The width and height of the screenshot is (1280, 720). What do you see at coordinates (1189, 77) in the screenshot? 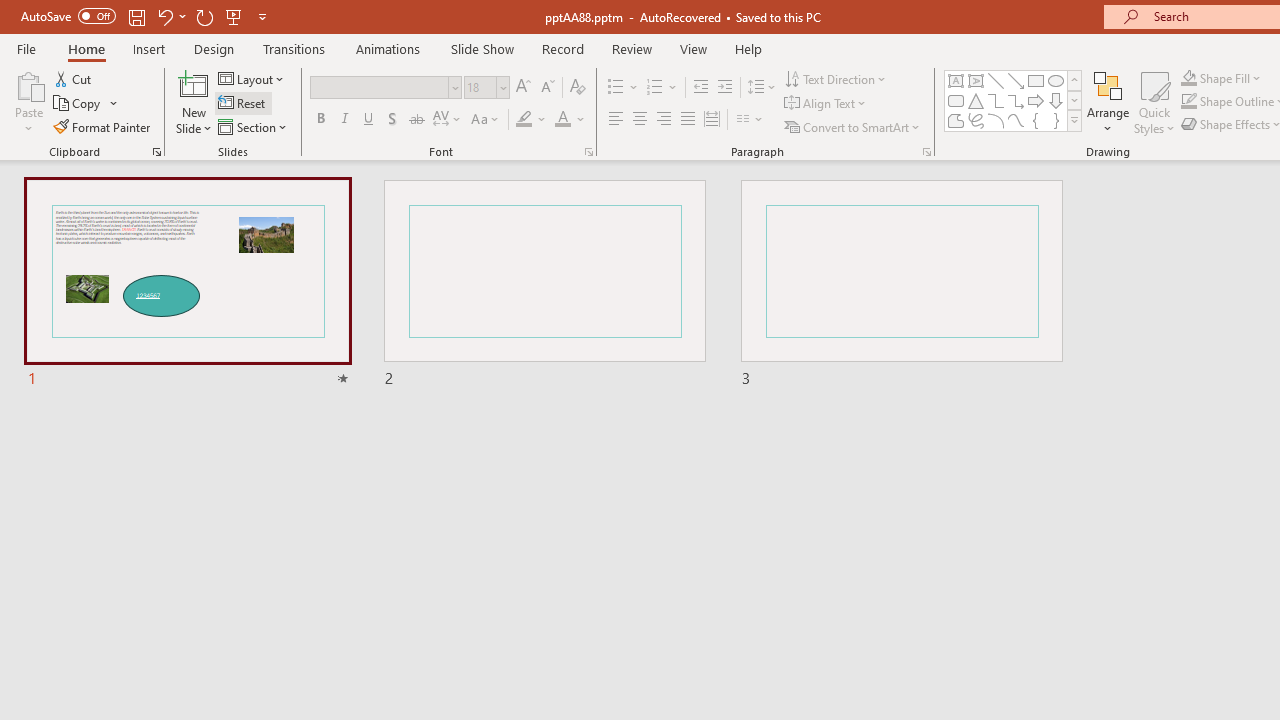
I see `'Shape Fill Aqua, Accent 2'` at bounding box center [1189, 77].